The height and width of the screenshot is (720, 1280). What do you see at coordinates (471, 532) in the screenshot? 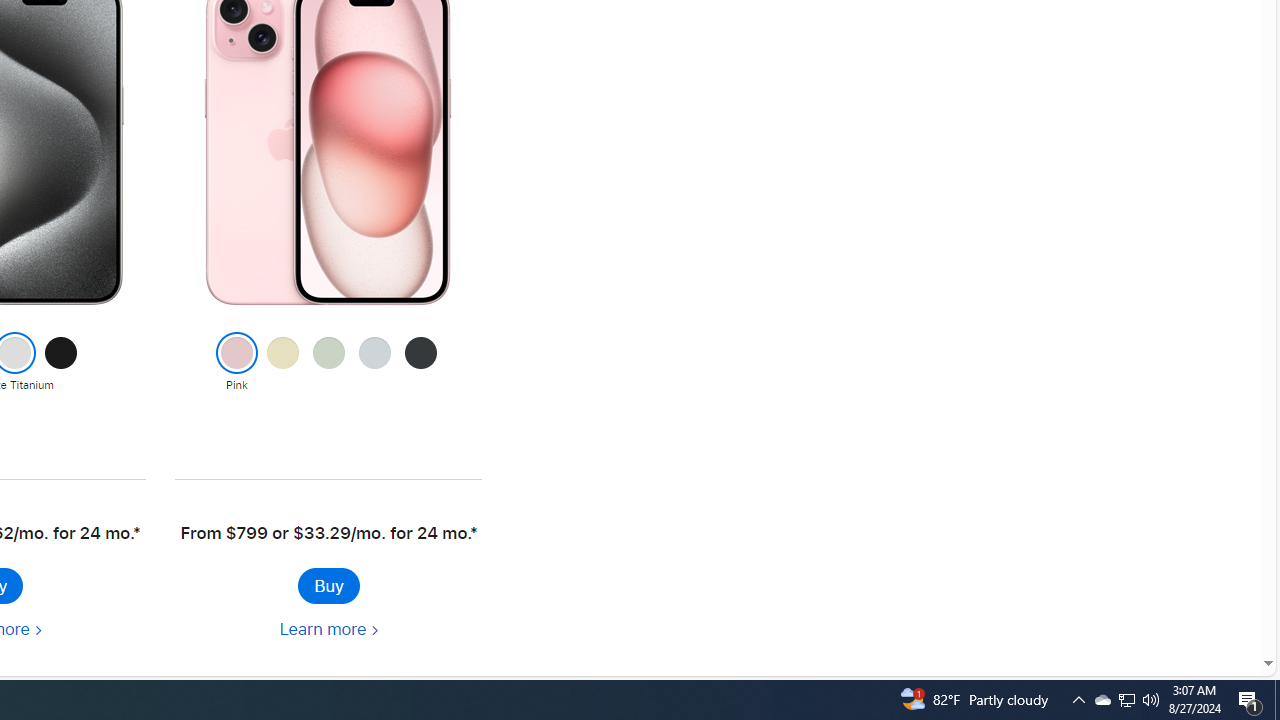
I see `'Footnote * symbol'` at bounding box center [471, 532].